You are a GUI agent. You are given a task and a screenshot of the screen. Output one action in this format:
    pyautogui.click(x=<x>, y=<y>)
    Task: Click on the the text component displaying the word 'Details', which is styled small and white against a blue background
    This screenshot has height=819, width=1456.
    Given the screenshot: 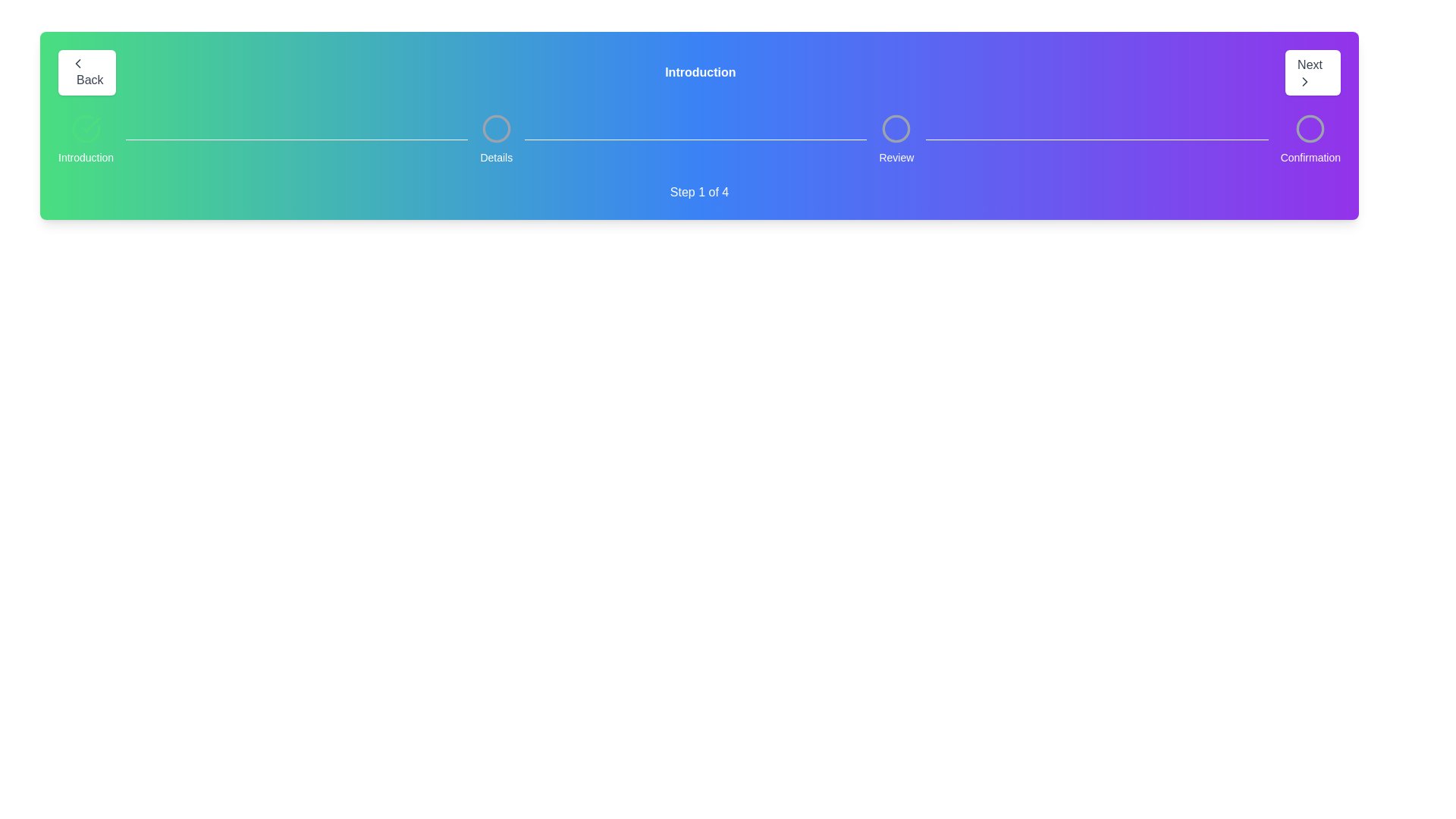 What is the action you would take?
    pyautogui.click(x=496, y=158)
    